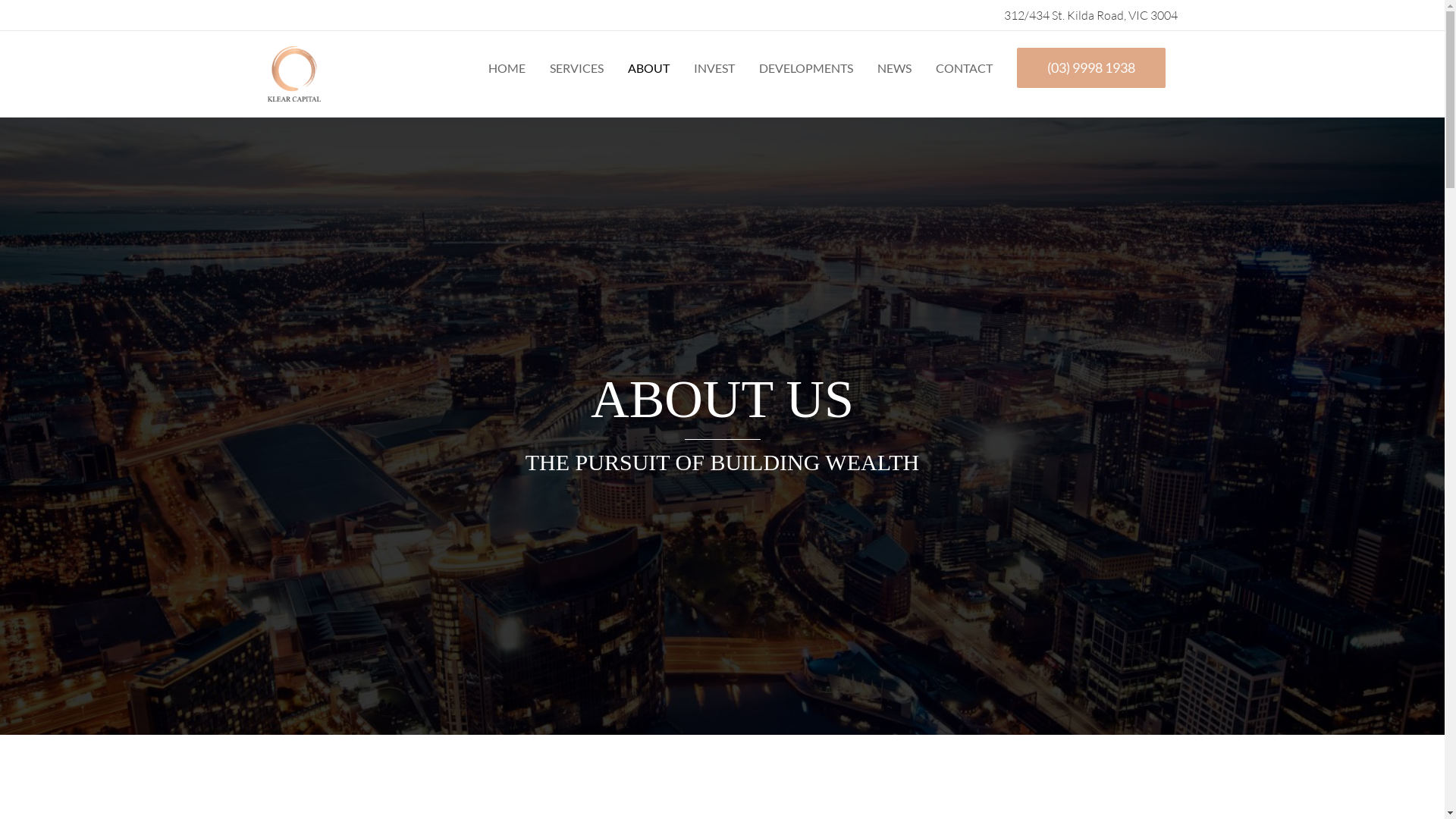  Describe the element at coordinates (804, 67) in the screenshot. I see `'DEVELOPMENTS'` at that location.